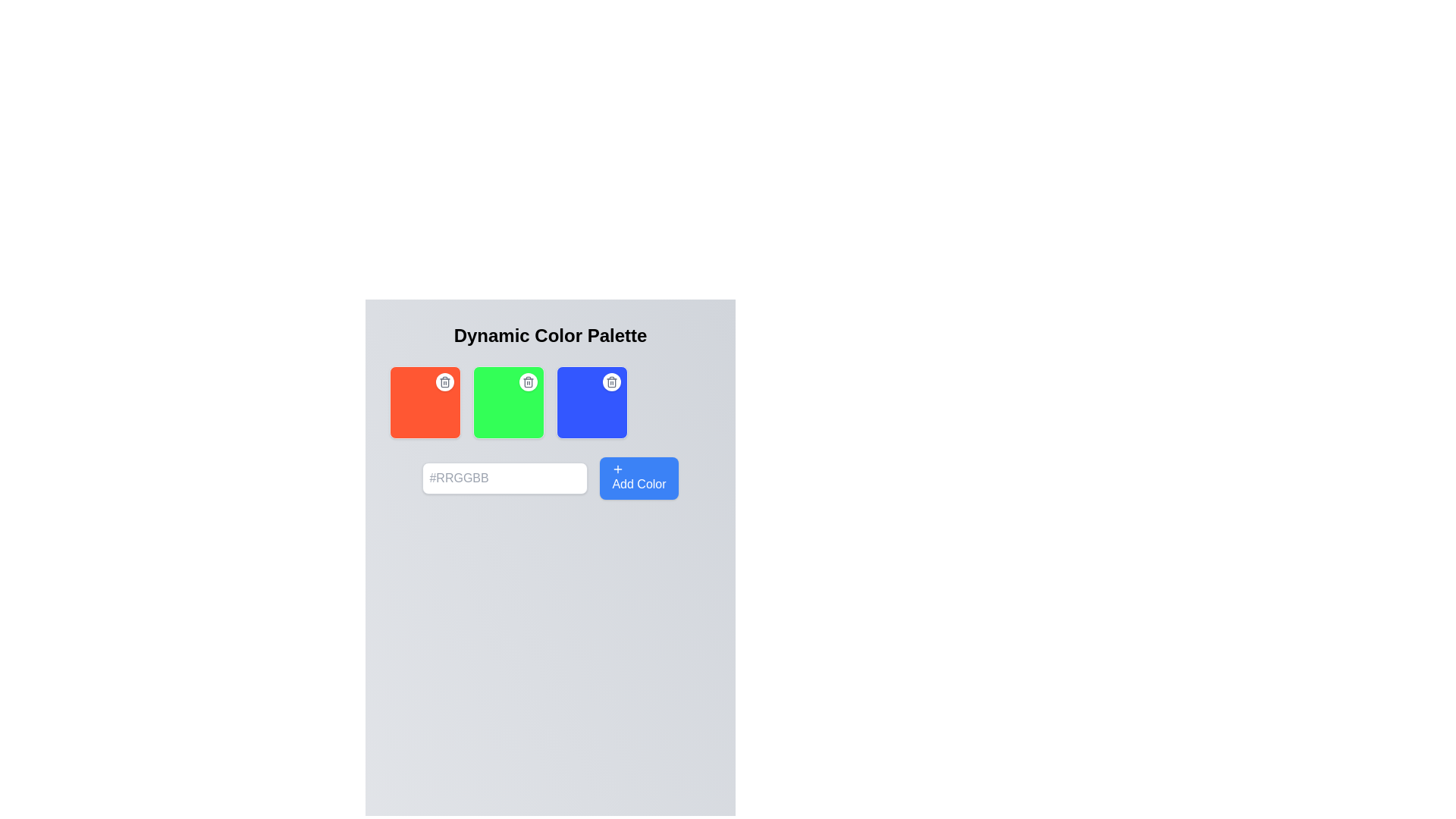 The image size is (1456, 819). I want to click on the input box of the color adding interface located below the three color squares, which allows the user to specify a color code, so click(549, 479).